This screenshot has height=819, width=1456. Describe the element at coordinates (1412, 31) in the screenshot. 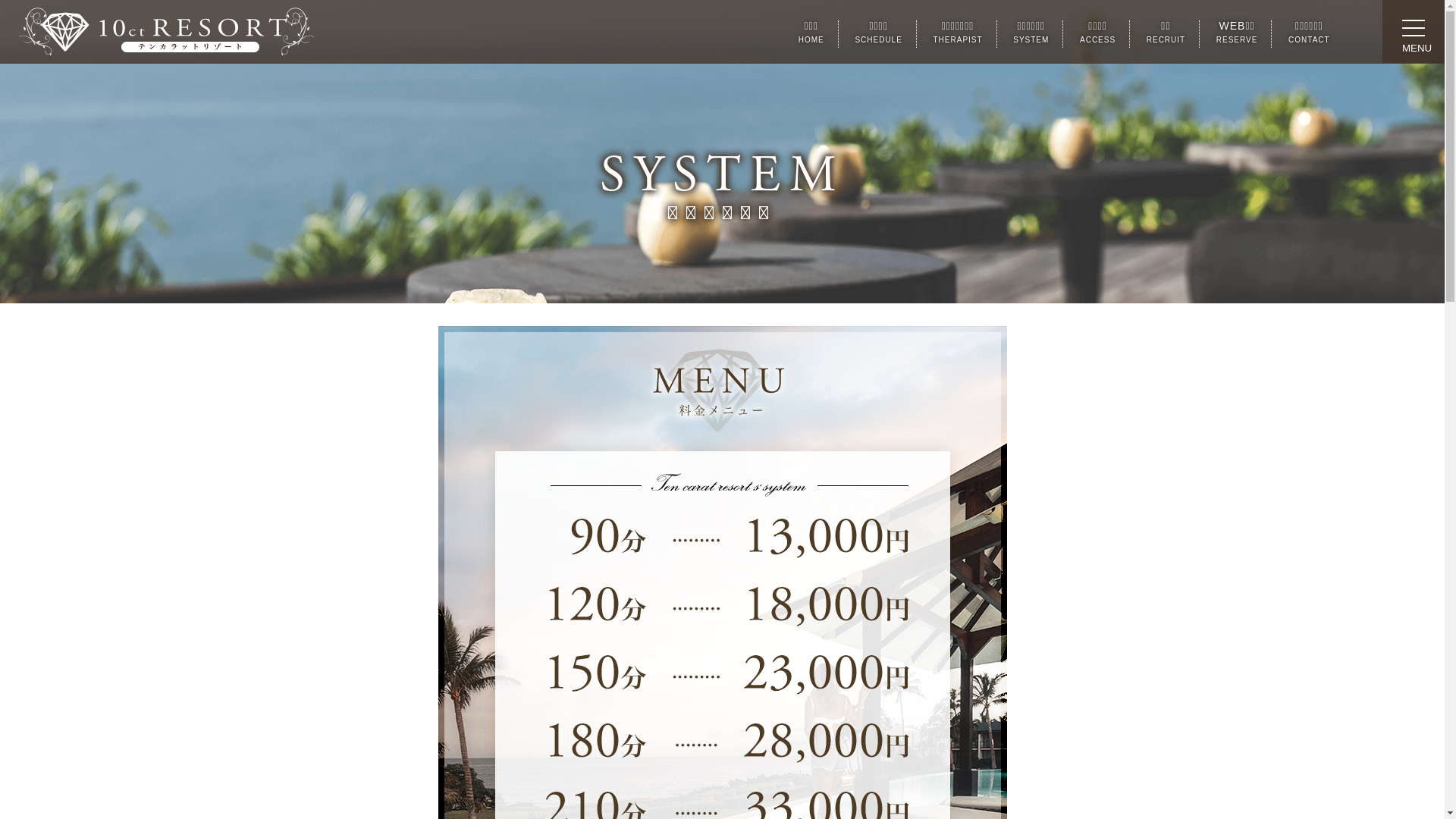

I see `'toggle navigation` at that location.